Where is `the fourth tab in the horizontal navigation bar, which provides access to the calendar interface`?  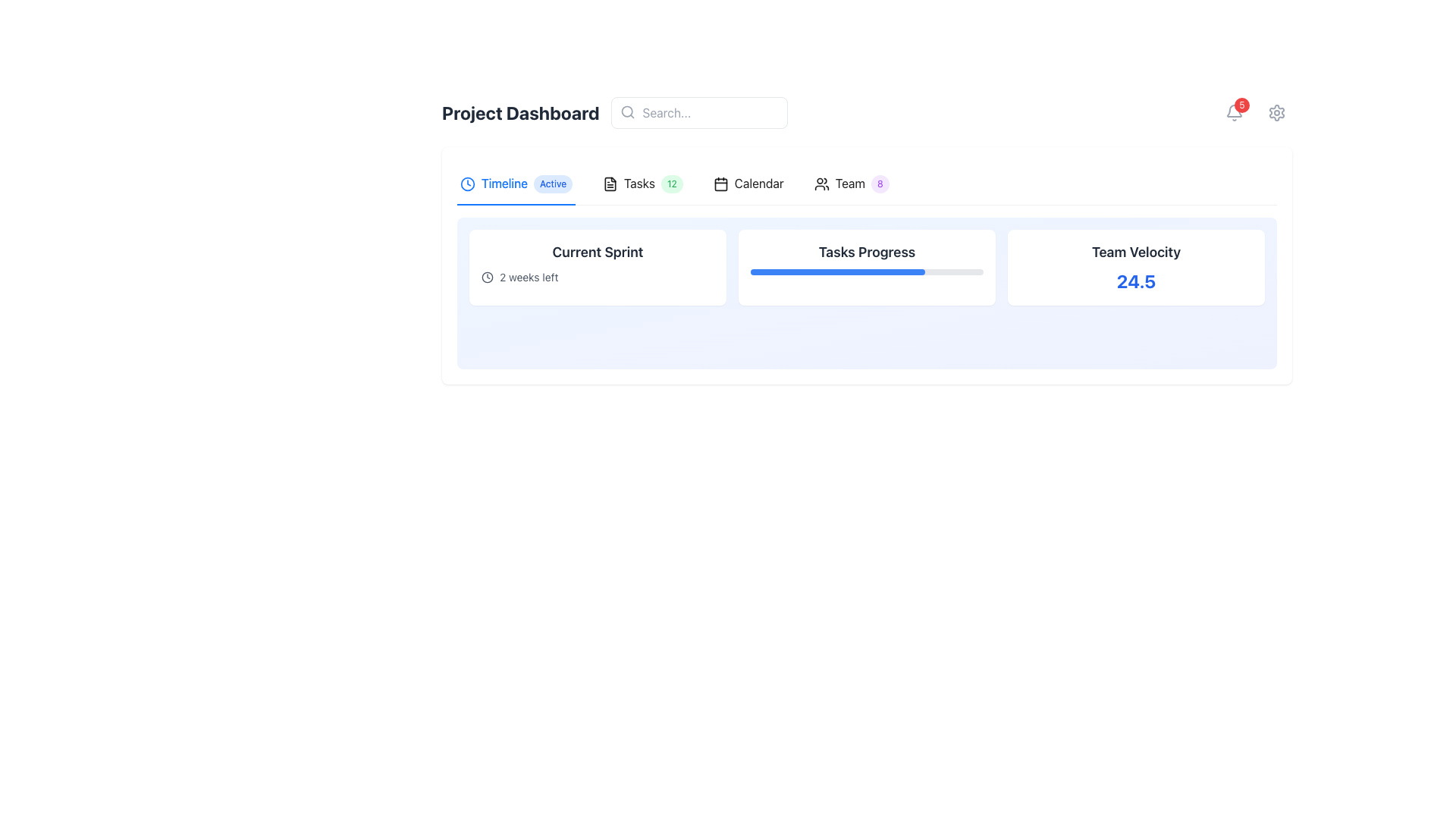 the fourth tab in the horizontal navigation bar, which provides access to the calendar interface is located at coordinates (748, 183).